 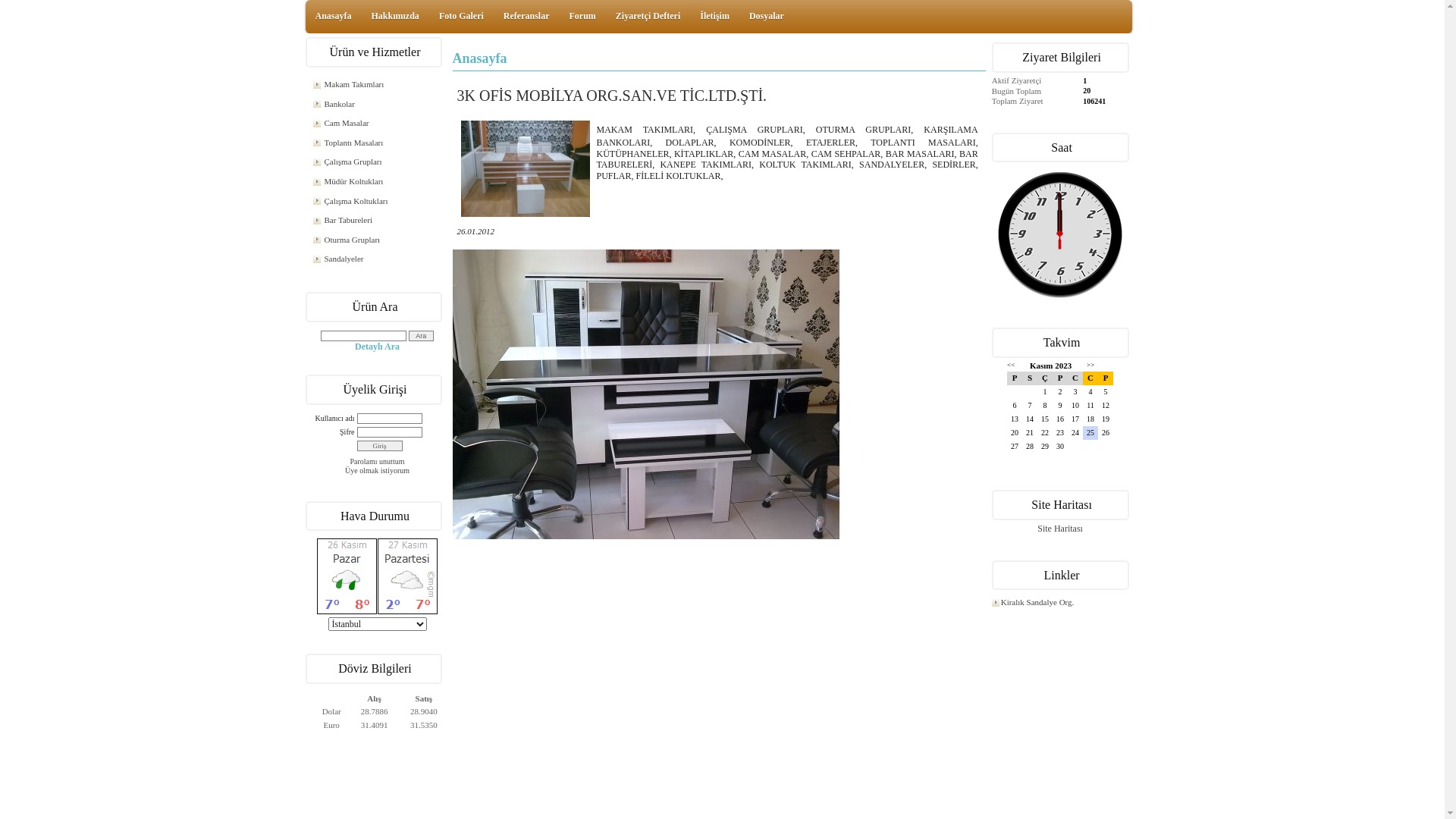 What do you see at coordinates (1043, 432) in the screenshot?
I see `'22'` at bounding box center [1043, 432].